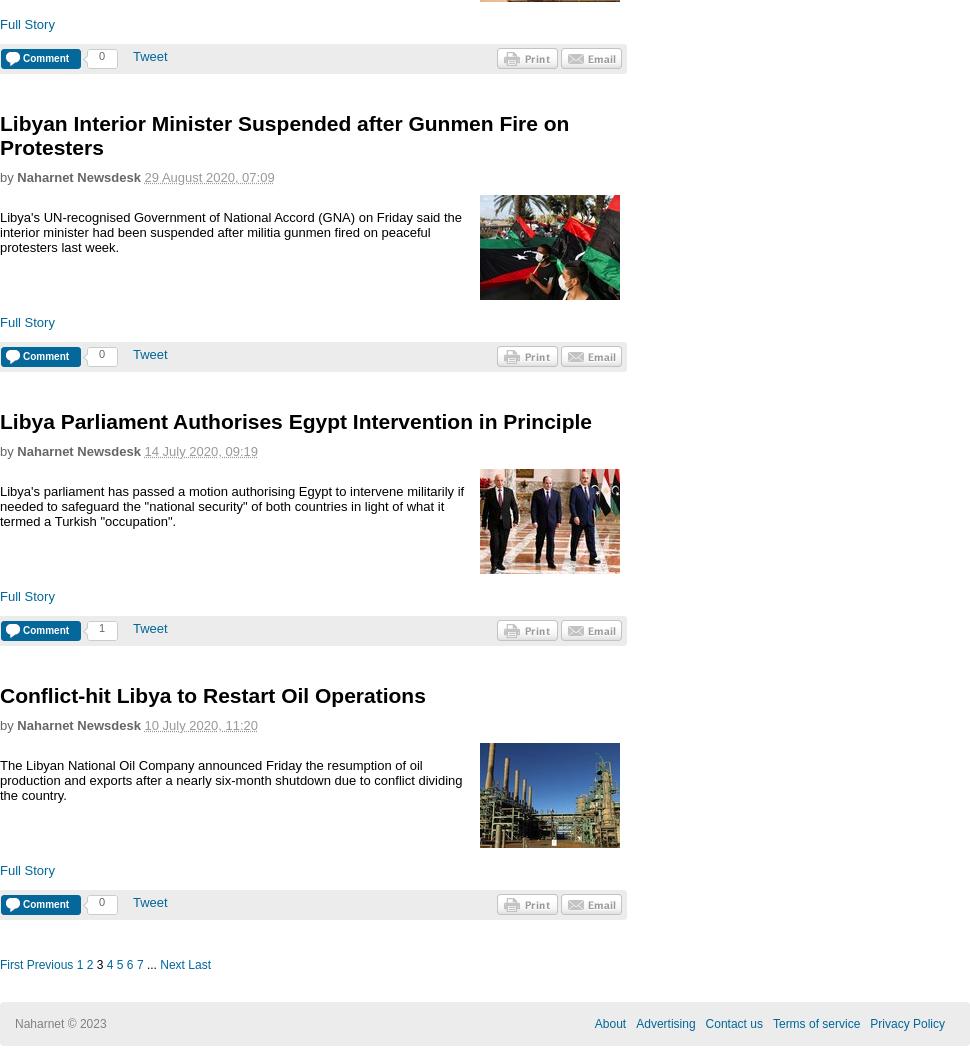 The height and width of the screenshot is (1056, 970). Describe the element at coordinates (199, 964) in the screenshot. I see `'Last'` at that location.